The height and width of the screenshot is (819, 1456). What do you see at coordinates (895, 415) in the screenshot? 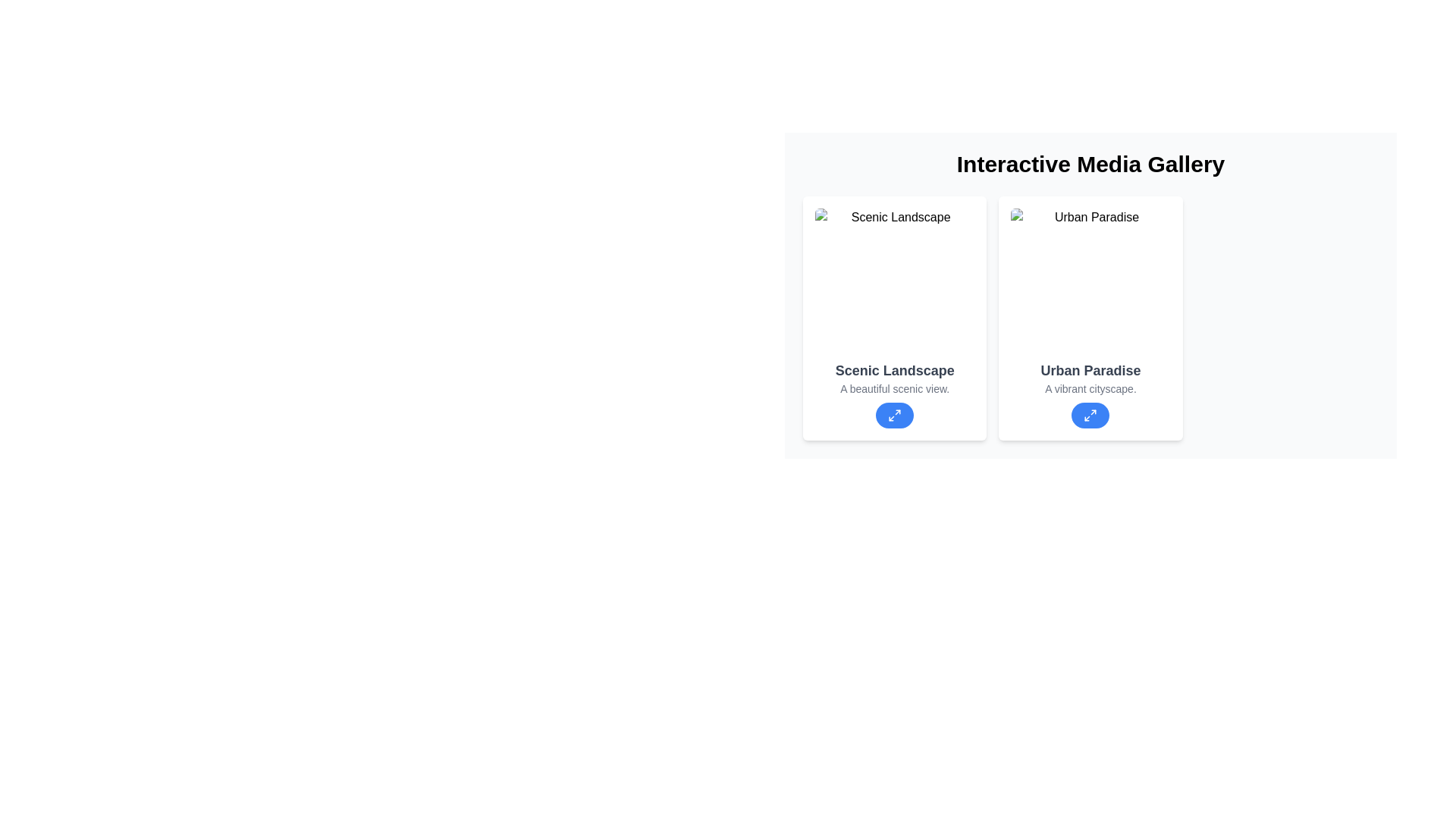
I see `the button located in the bottom section of the 'Scenic Landscape' card, beneath the text 'A beautiful scenic view,' to trigger the hover effect` at bounding box center [895, 415].